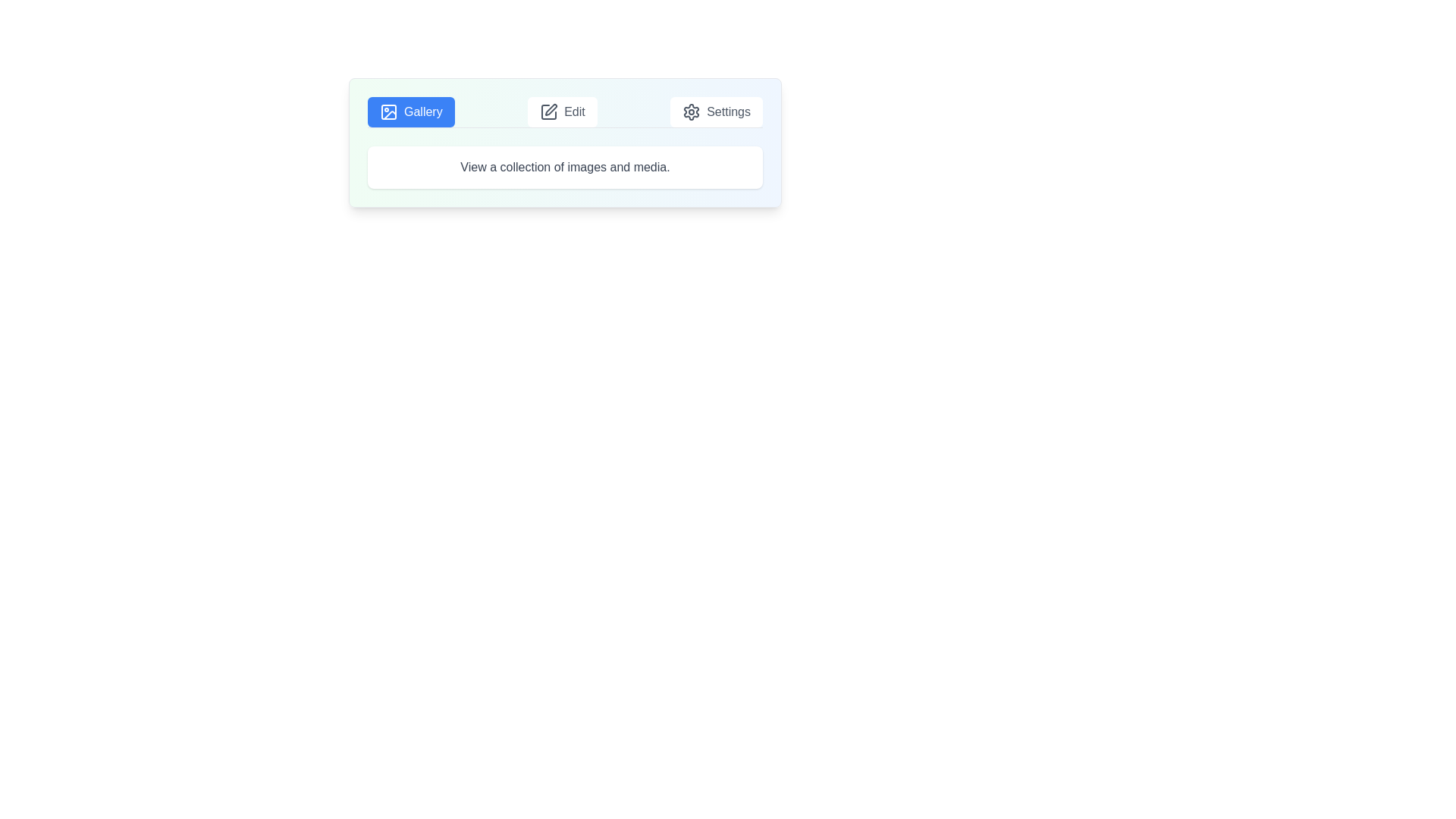 The width and height of the screenshot is (1456, 819). I want to click on the Settings tab, so click(716, 111).